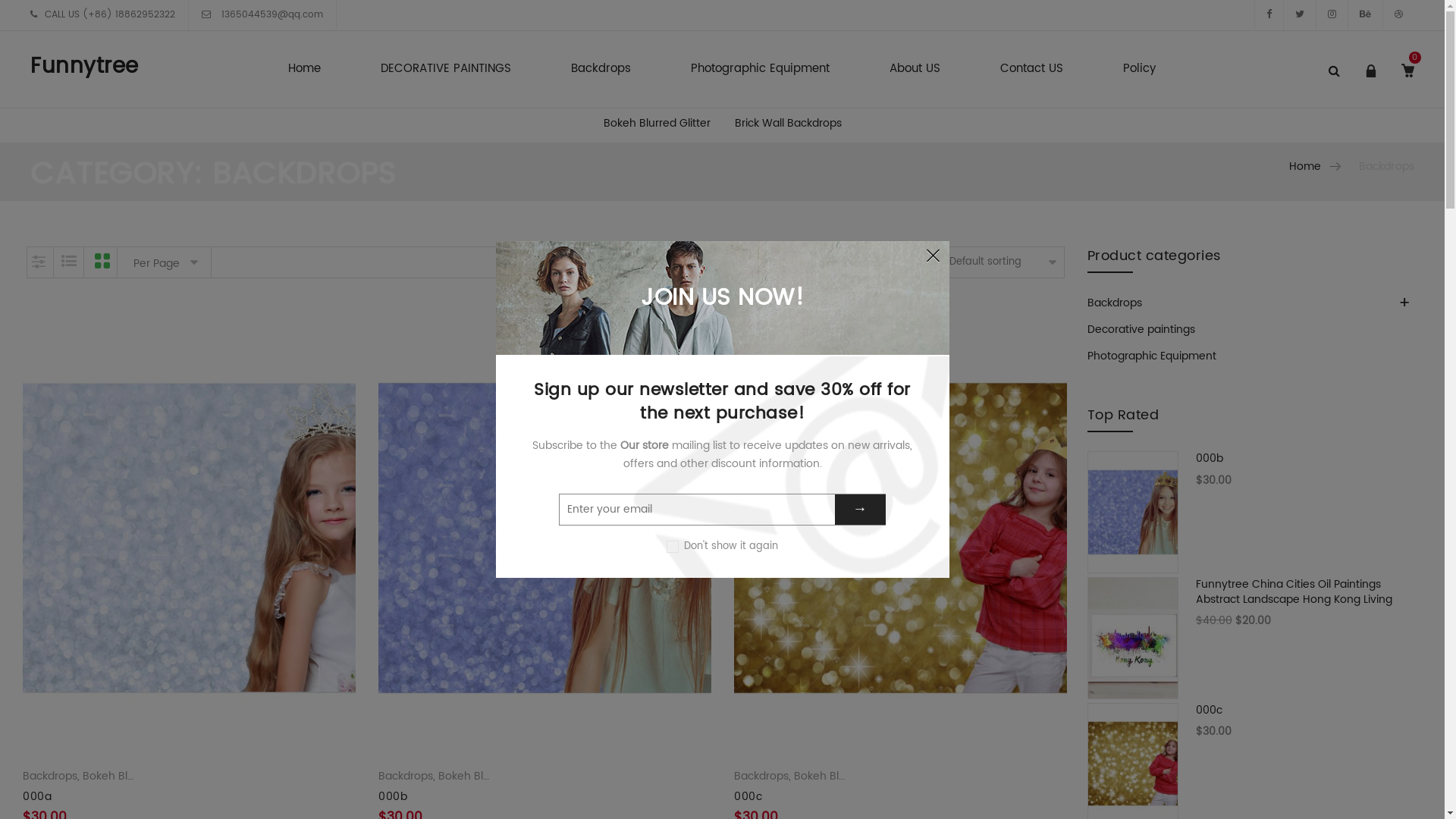 The width and height of the screenshot is (1456, 819). Describe the element at coordinates (787, 122) in the screenshot. I see `'Brick Wall Backdrops'` at that location.